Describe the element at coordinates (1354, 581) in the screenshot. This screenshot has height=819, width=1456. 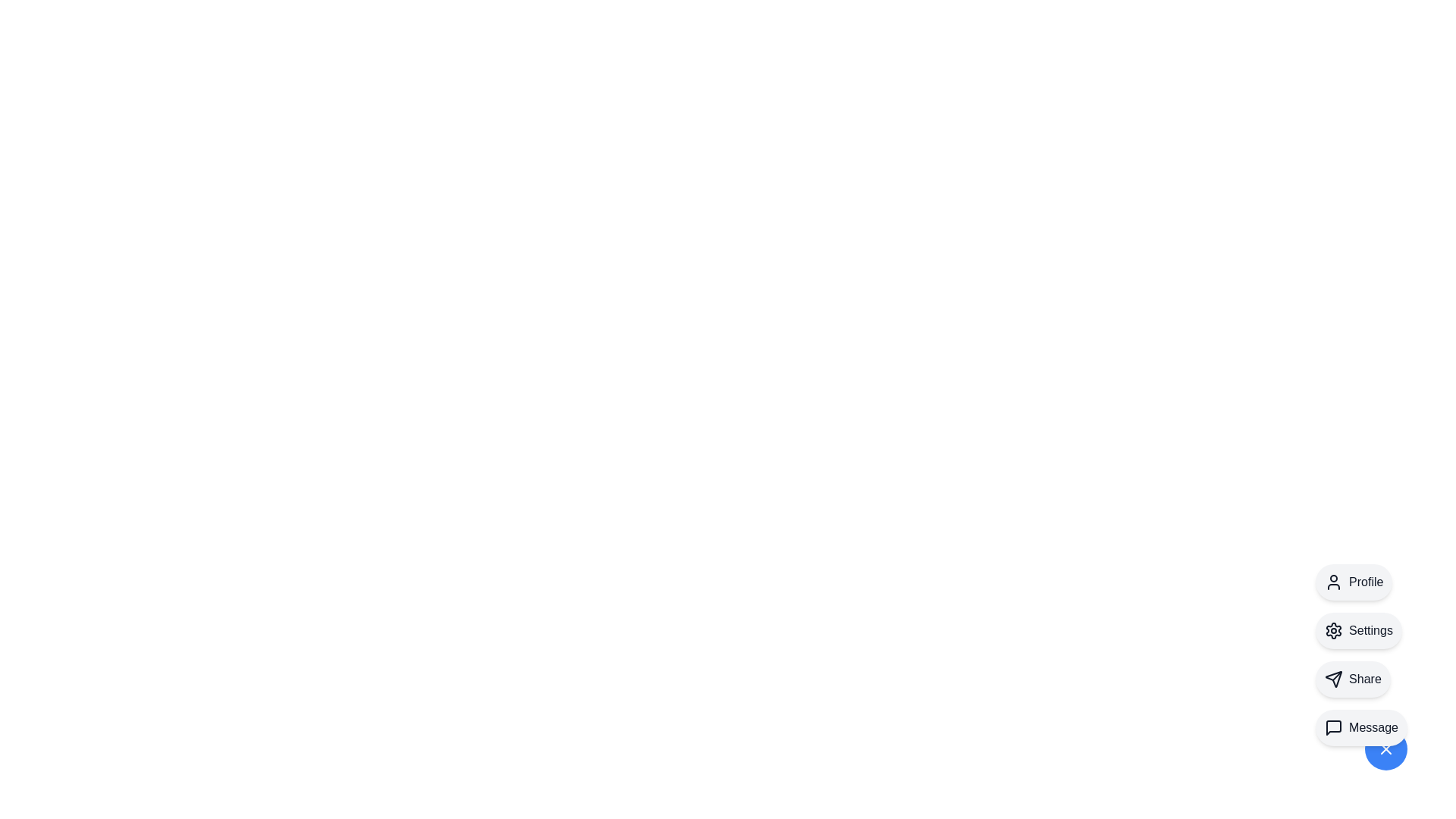
I see `the Profile button to reveal its tooltip` at that location.